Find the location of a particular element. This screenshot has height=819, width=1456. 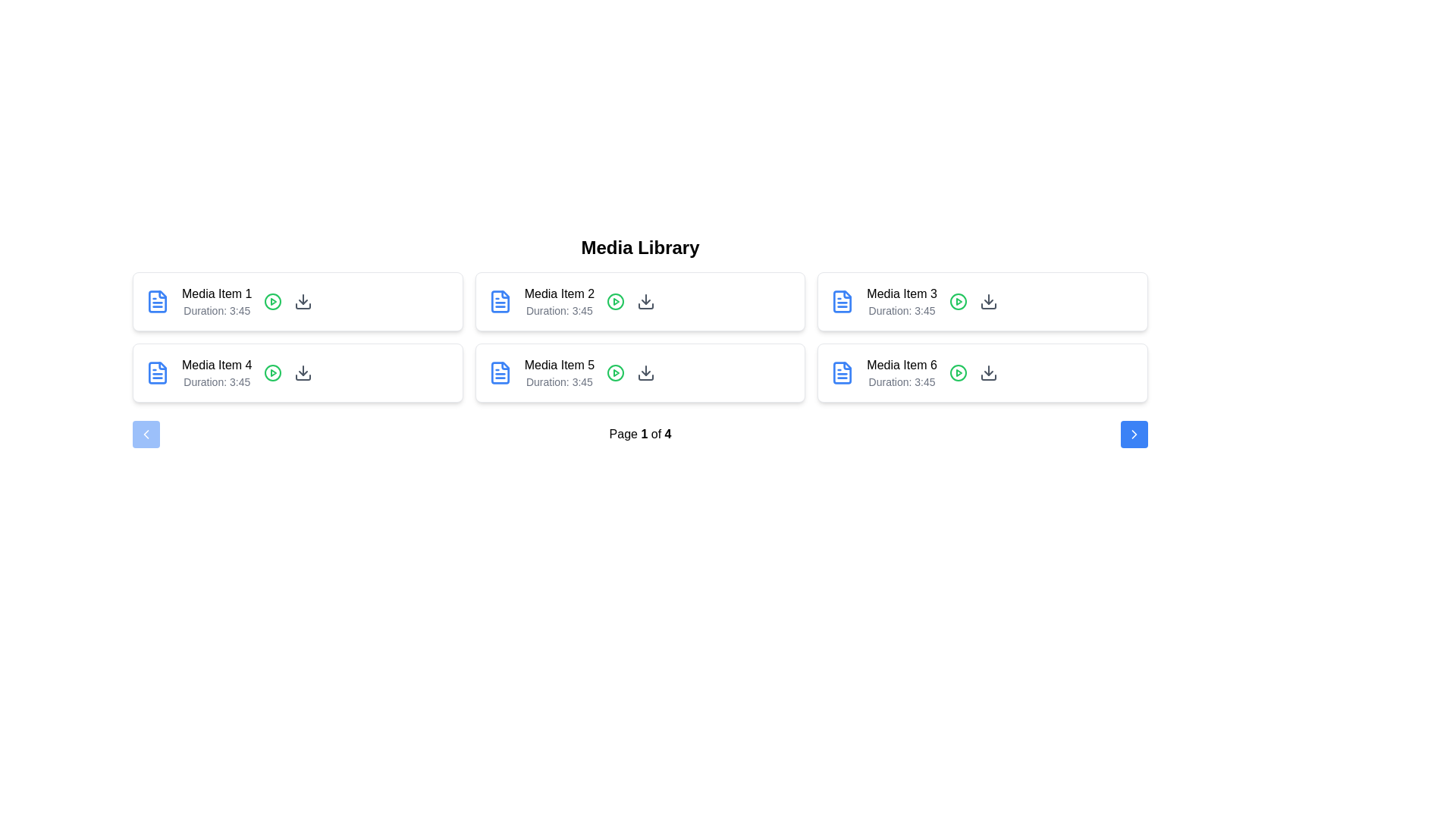

the icon representing the document associated with 'Media Item 5', which is located in the middle row and second column of the grid in the Media Library layout is located at coordinates (500, 373).